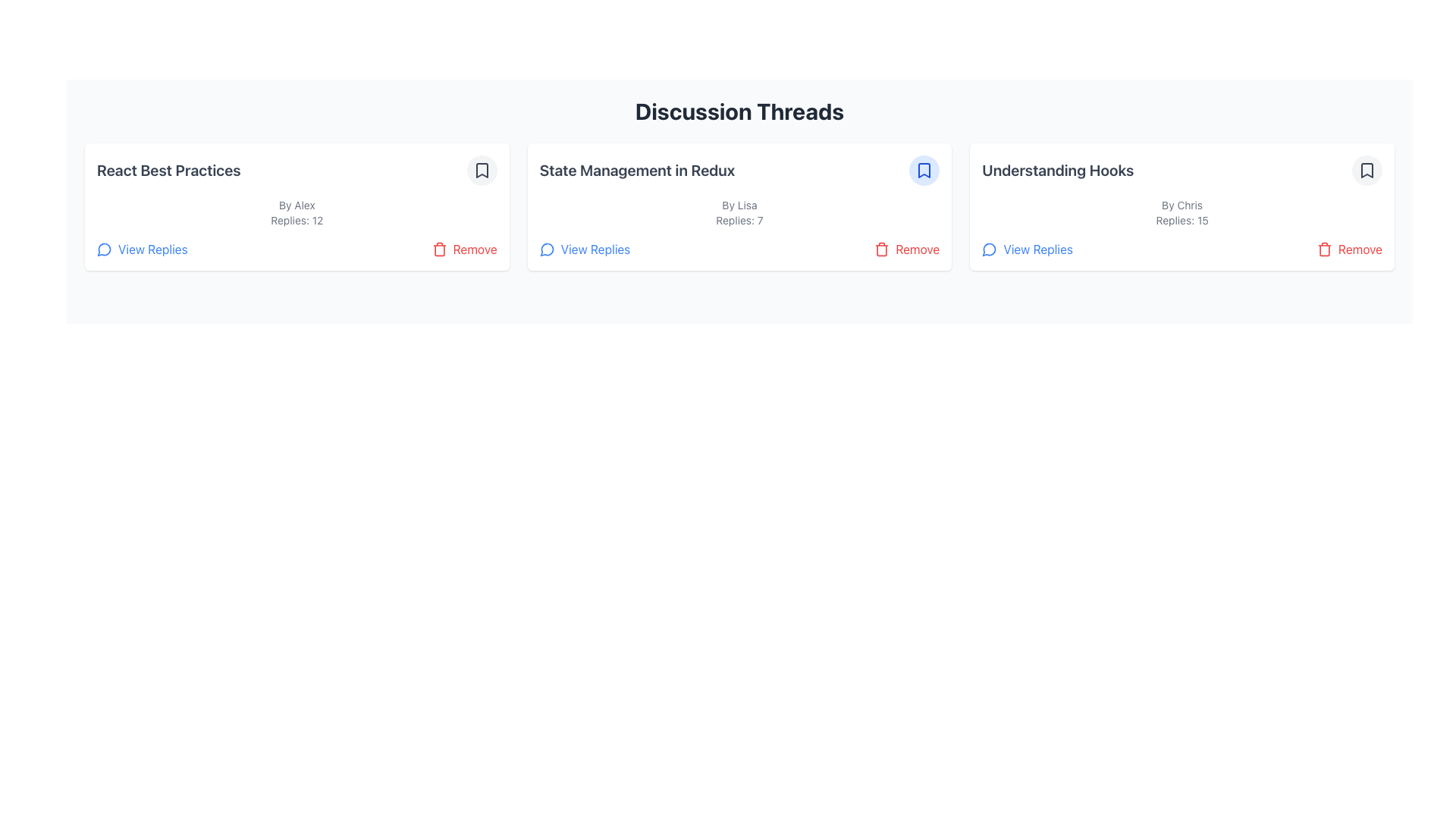 Image resolution: width=1456 pixels, height=819 pixels. What do you see at coordinates (297, 170) in the screenshot?
I see `the title of the discussion thread located in the first column of the grid layout under the 'Discussion Threads' section` at bounding box center [297, 170].